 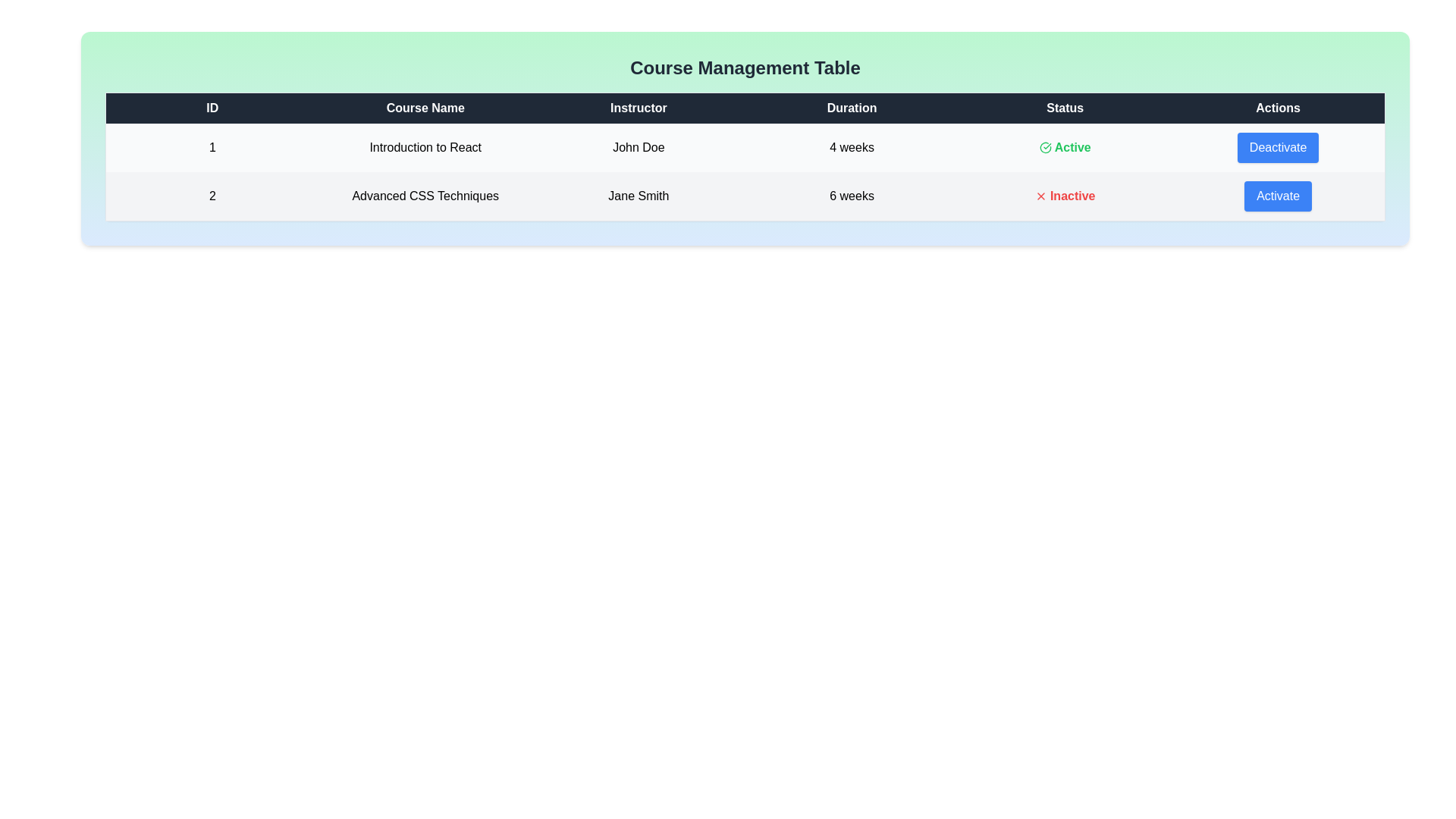 What do you see at coordinates (1064, 196) in the screenshot?
I see `status of the course 'Advanced CSS Techniques' indicated by the status indicator with text and icon located in the 'Status' column of the second row of the table` at bounding box center [1064, 196].